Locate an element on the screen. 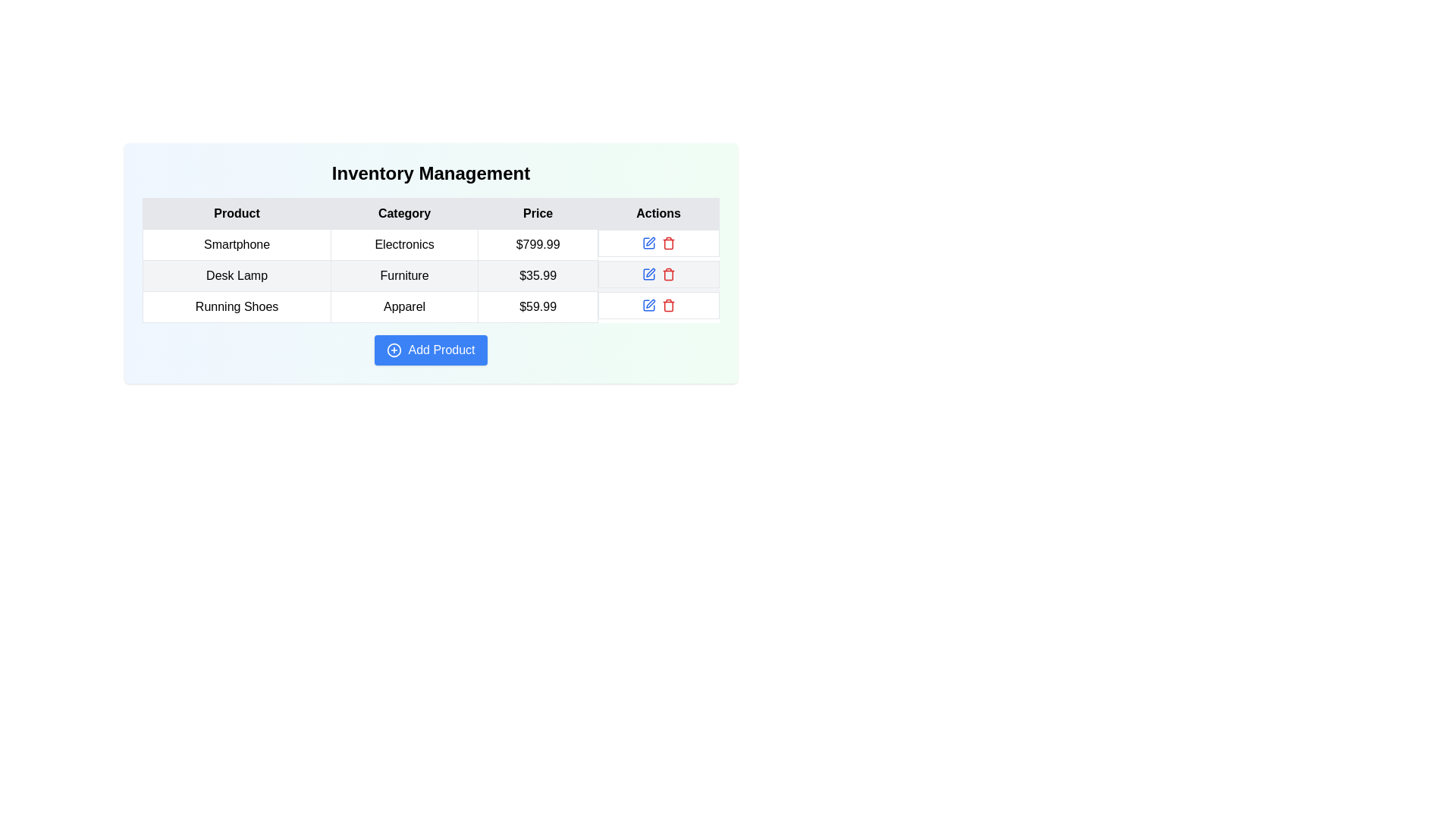 Image resolution: width=1456 pixels, height=819 pixels. text content of the 'Electronics' label in the second cell of the row for the product 'Smartphone' under the 'Category' column is located at coordinates (404, 244).